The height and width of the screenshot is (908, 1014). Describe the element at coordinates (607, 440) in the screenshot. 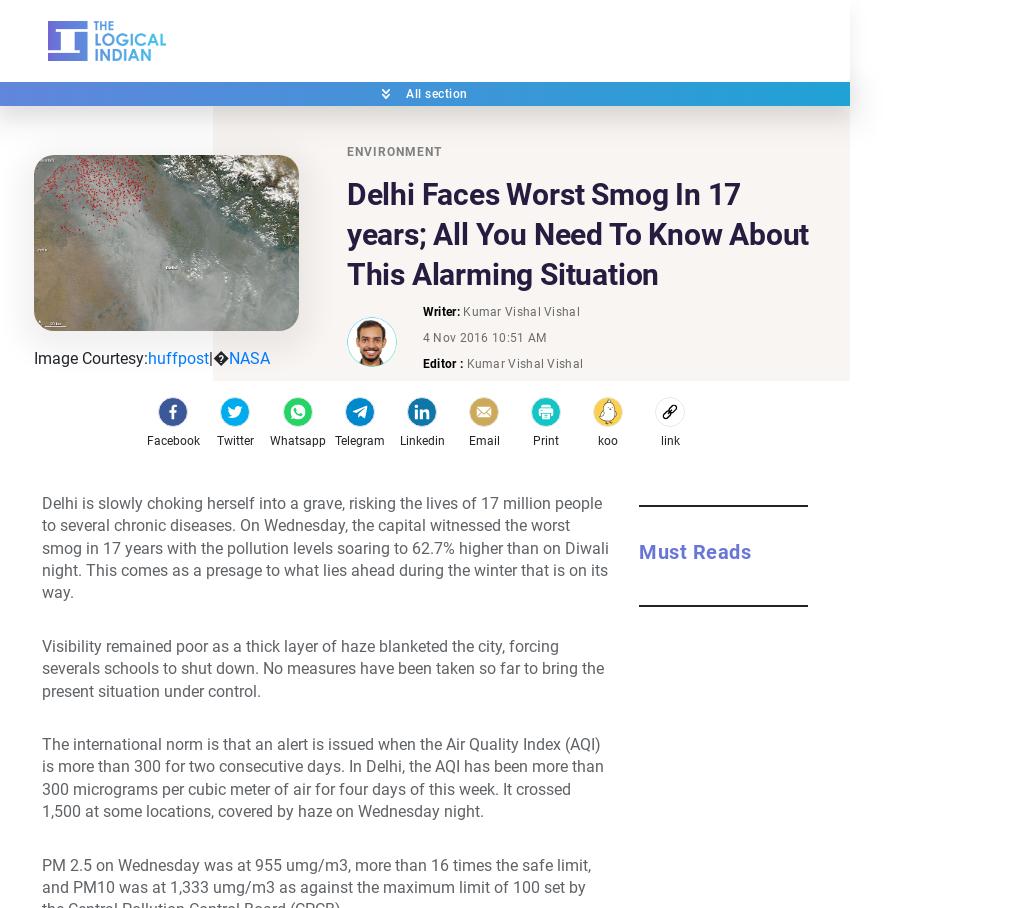

I see `'koo'` at that location.